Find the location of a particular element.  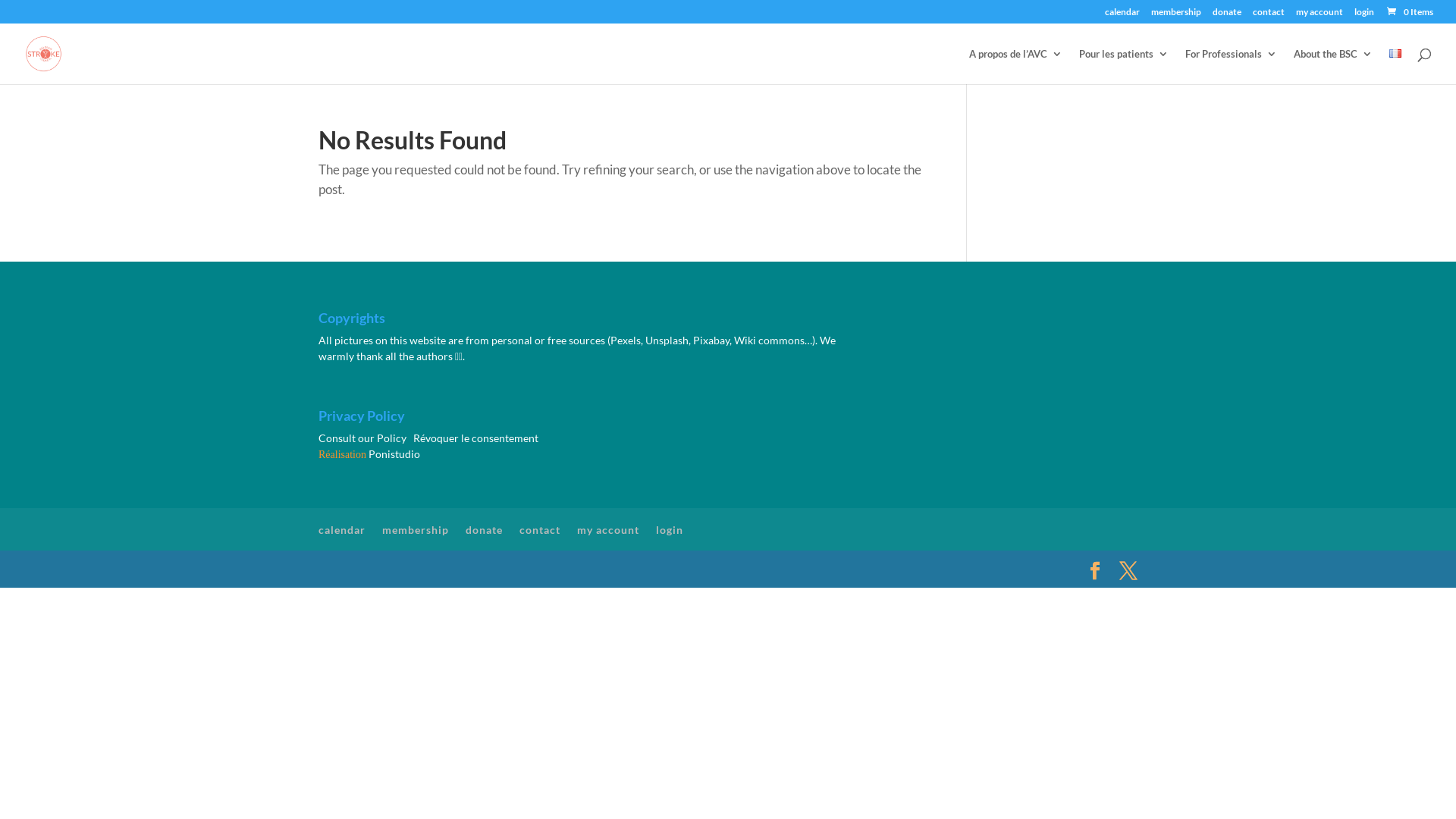

'donate' is located at coordinates (483, 529).